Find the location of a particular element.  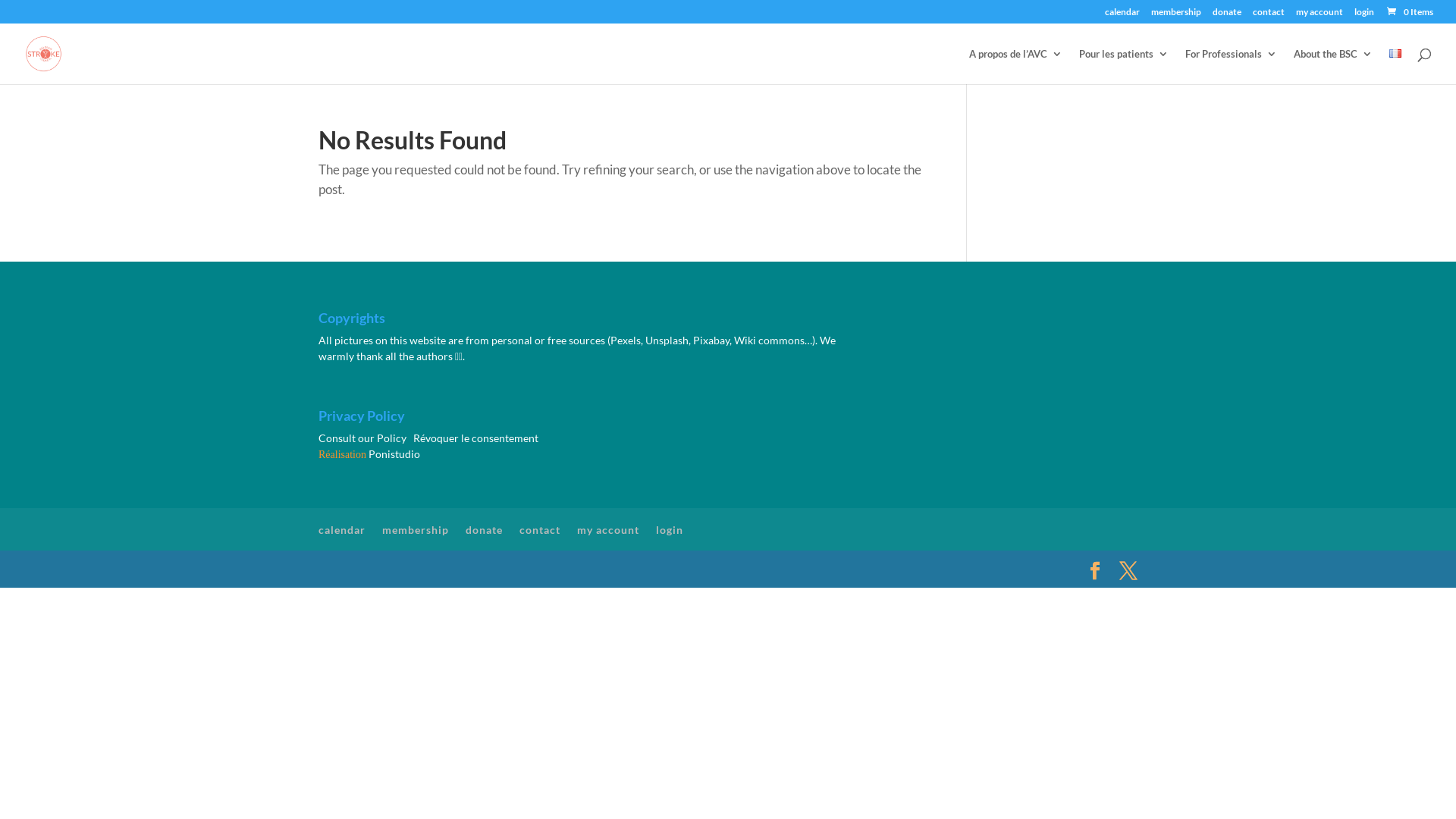

'donate' is located at coordinates (483, 529).